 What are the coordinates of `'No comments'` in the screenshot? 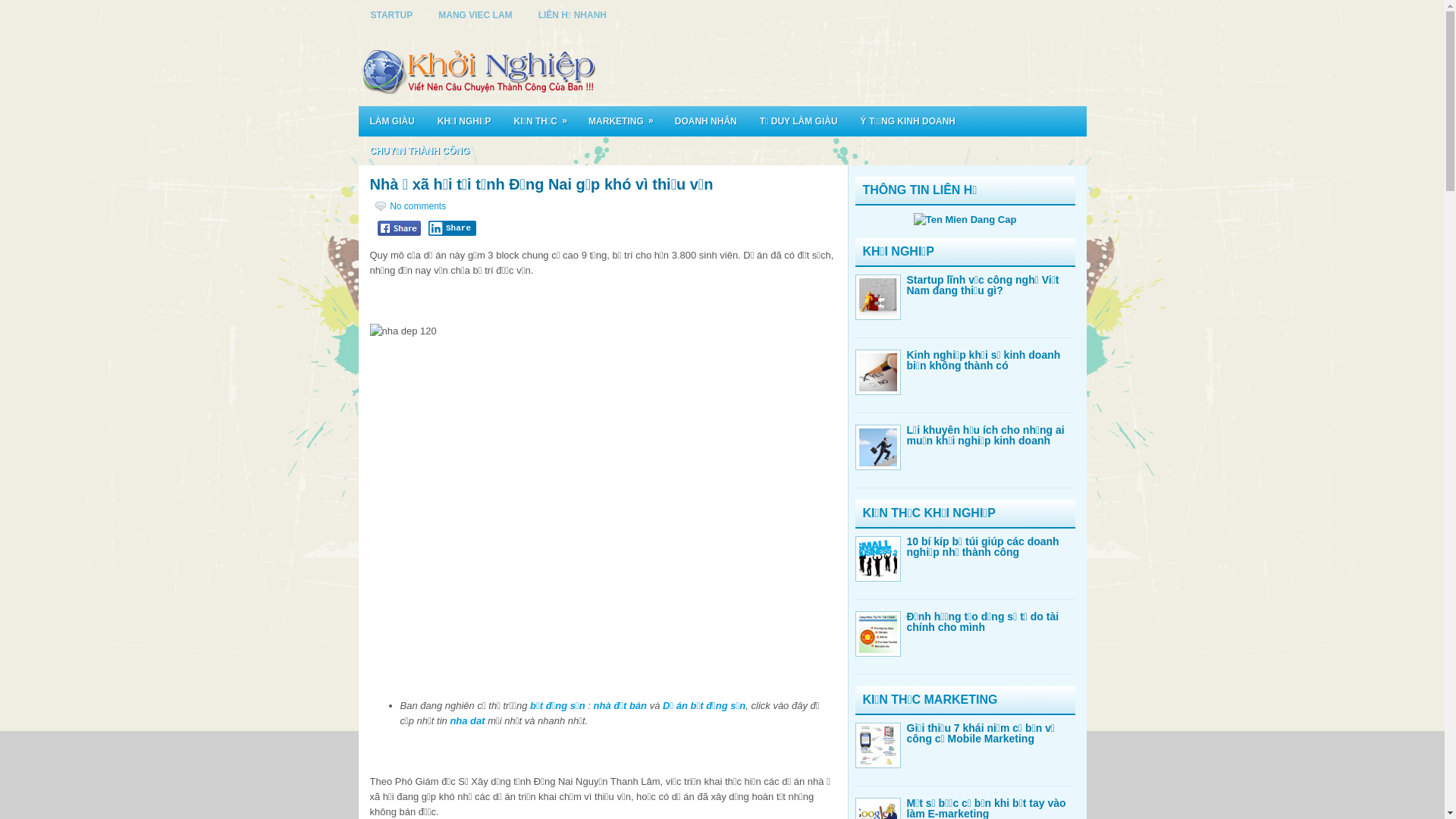 It's located at (418, 206).